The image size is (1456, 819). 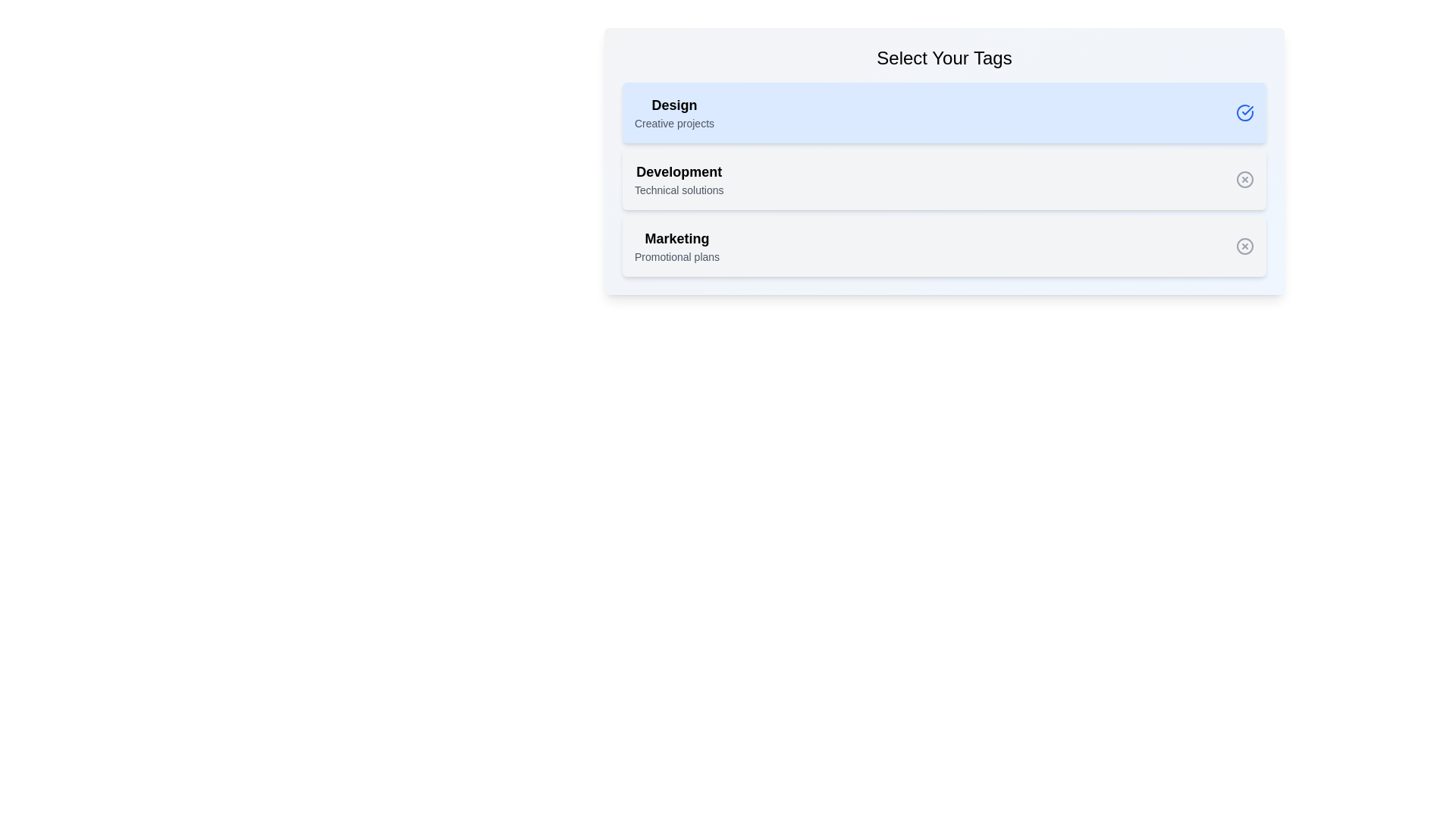 I want to click on the tag with the name Marketing, so click(x=676, y=245).